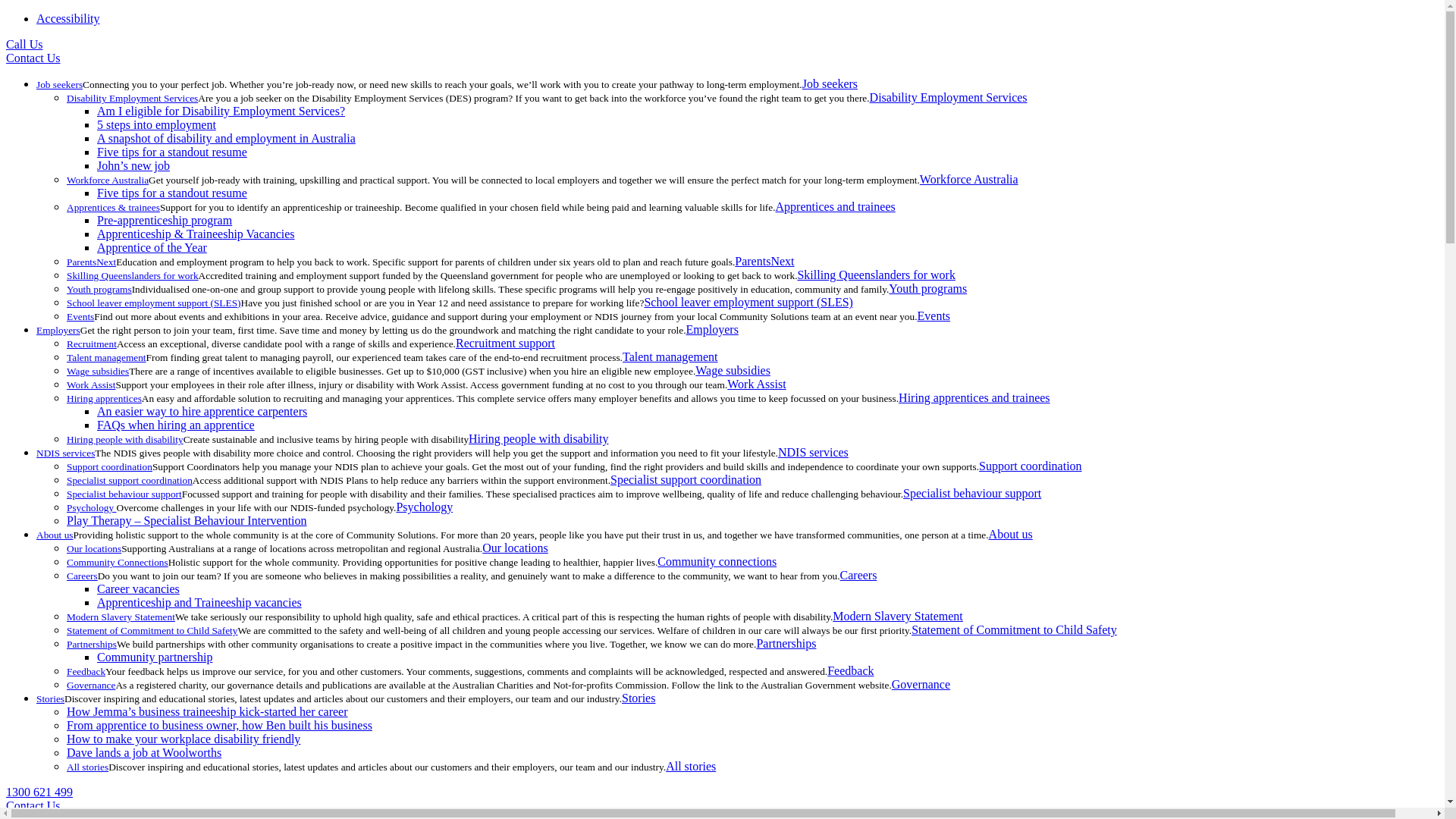 This screenshot has height=819, width=1456. Describe the element at coordinates (974, 397) in the screenshot. I see `'Hiring apprentices and trainees'` at that location.